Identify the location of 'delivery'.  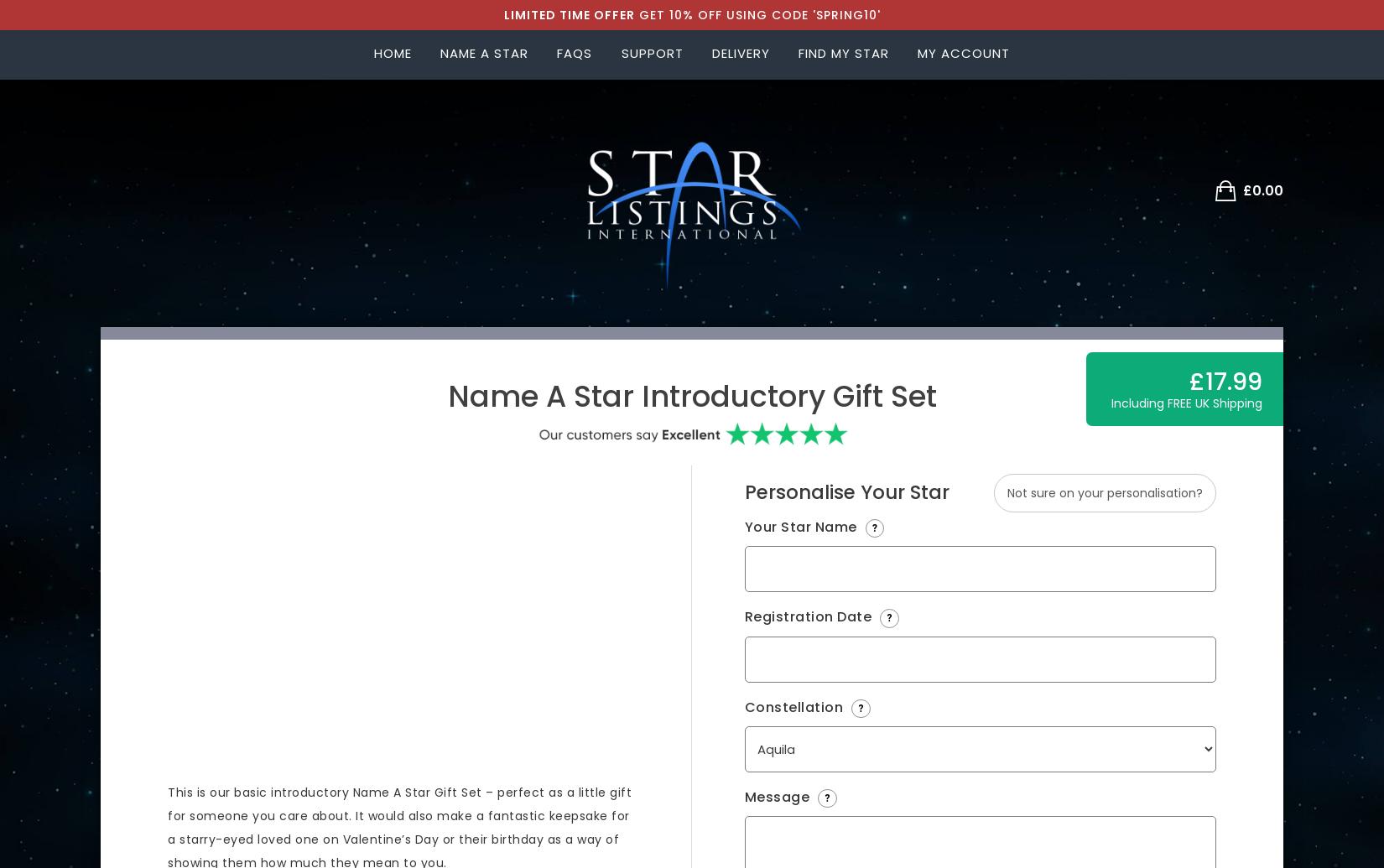
(740, 53).